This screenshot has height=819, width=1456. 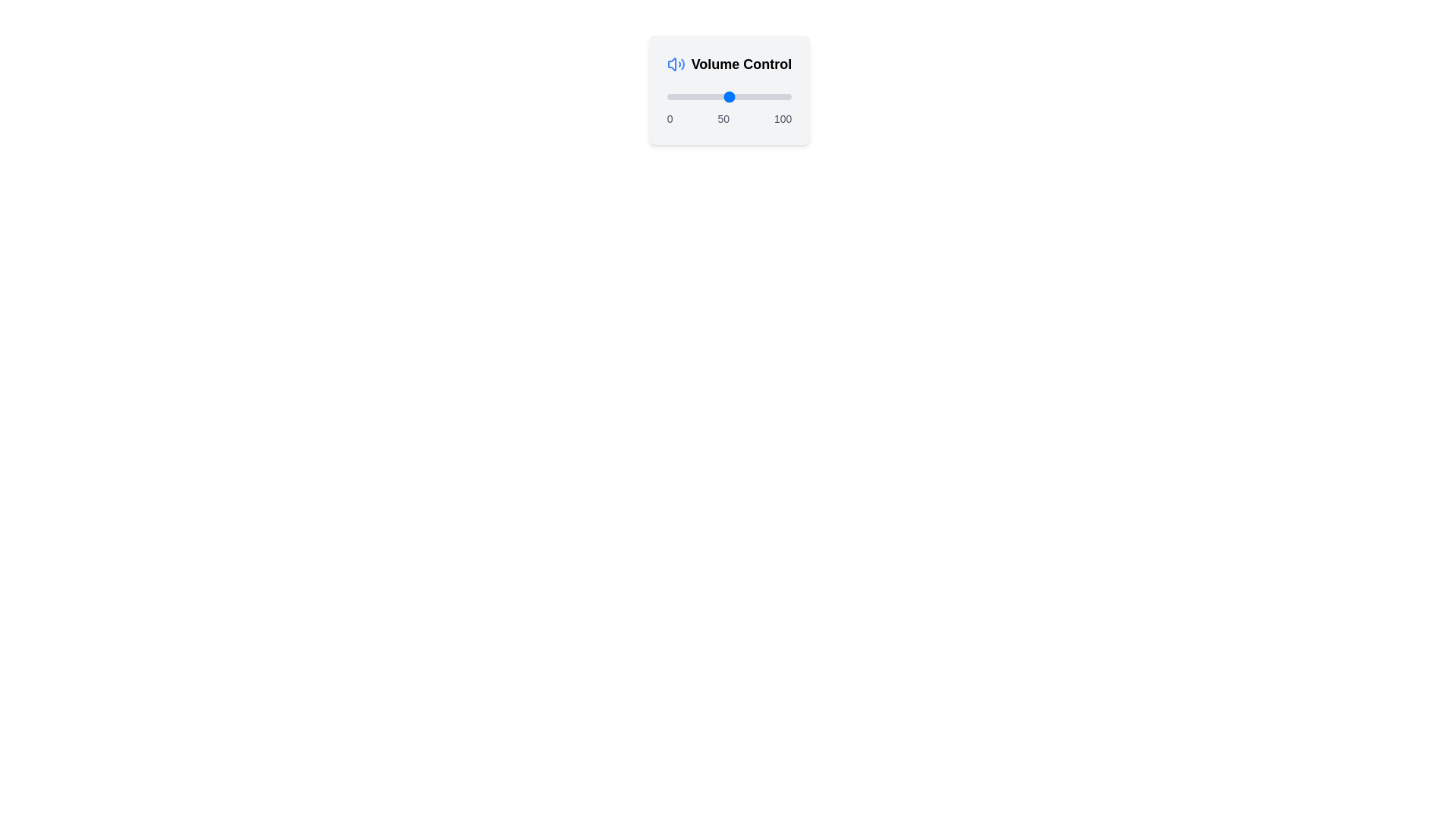 What do you see at coordinates (736, 96) in the screenshot?
I see `the volume` at bounding box center [736, 96].